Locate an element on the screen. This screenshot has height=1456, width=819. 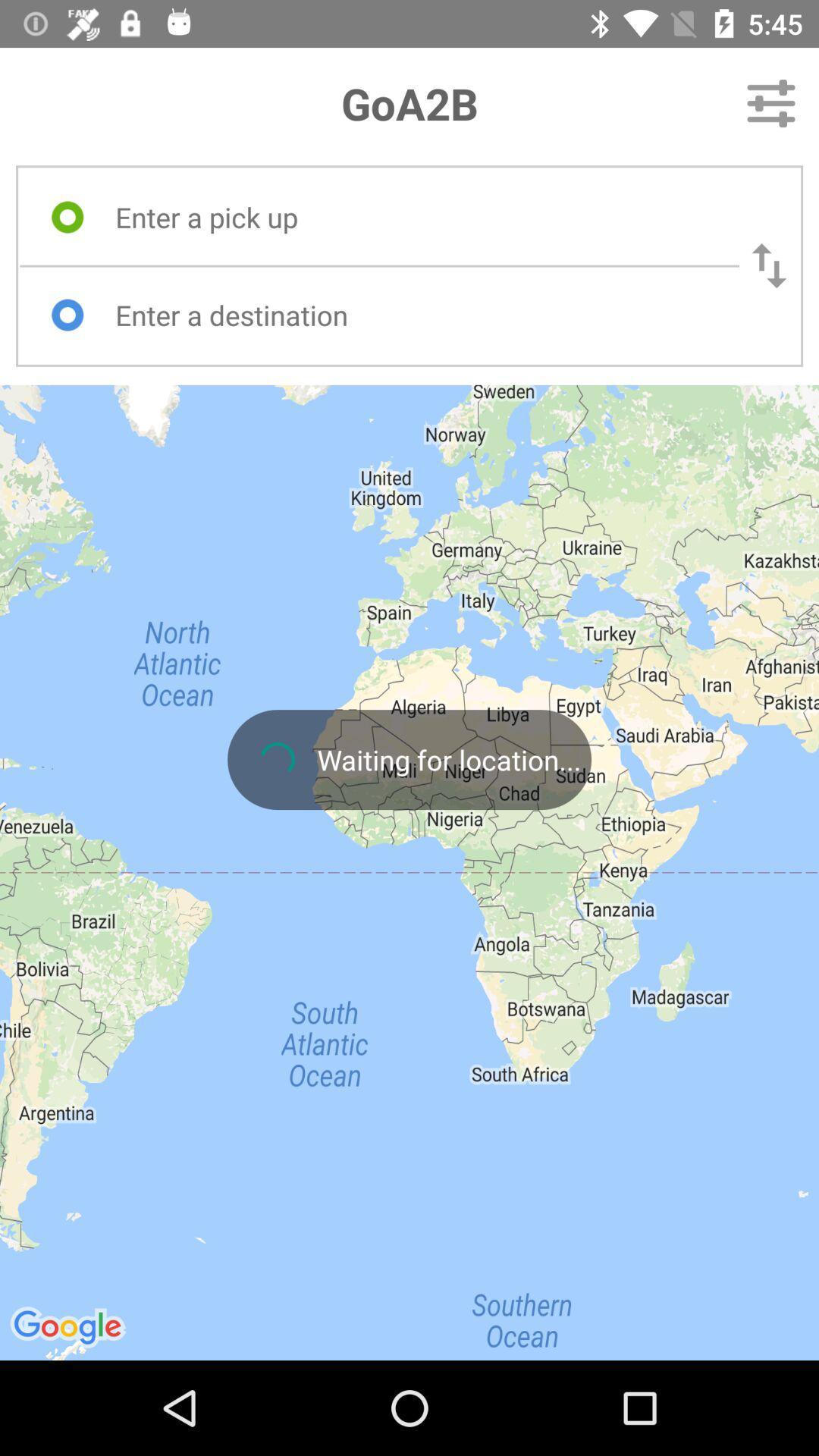
the item below goa2b icon is located at coordinates (413, 216).